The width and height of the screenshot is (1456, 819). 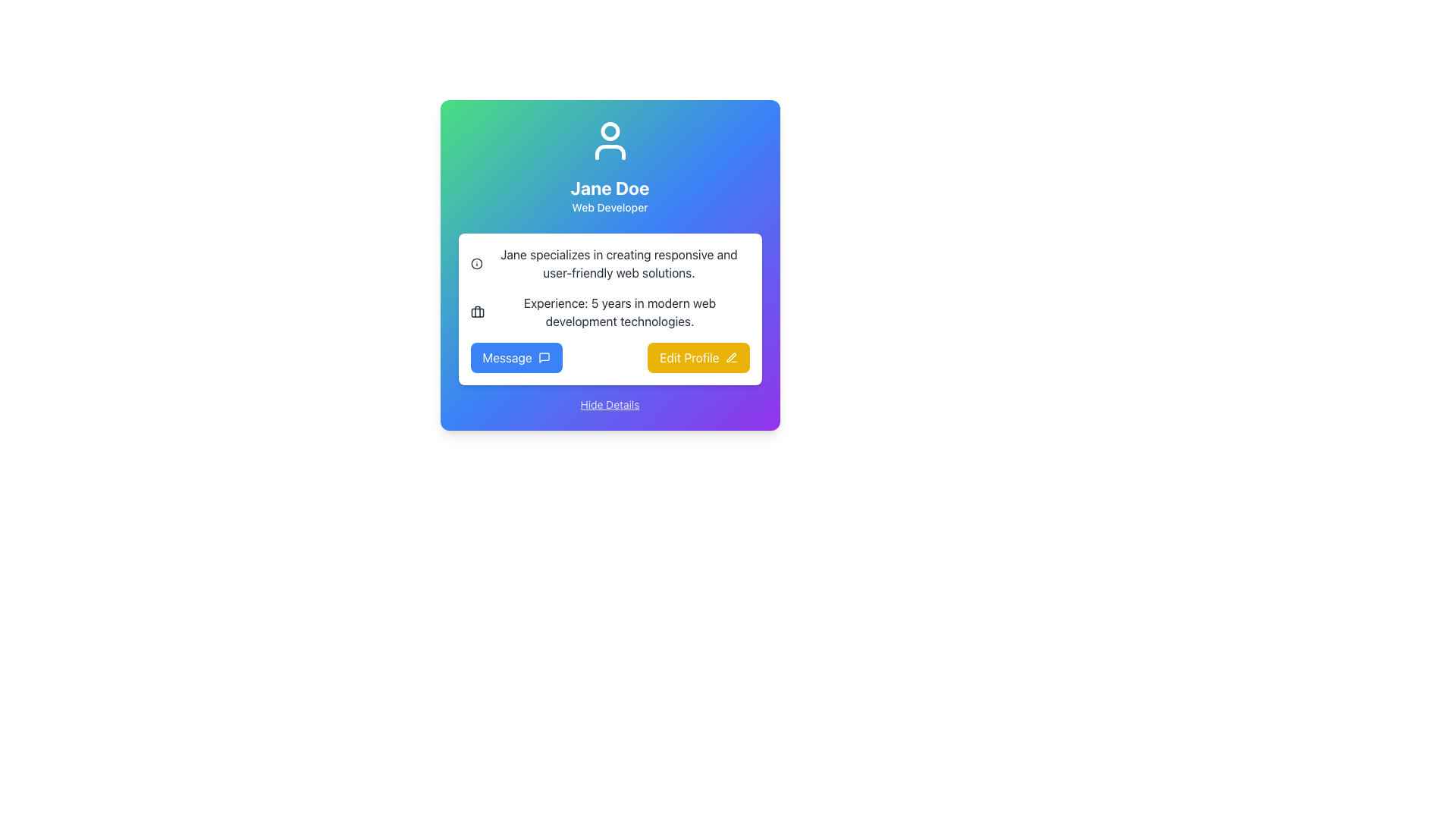 I want to click on informational text about the professional's experience, which states 'Experience: 5 years in modern web development technologies.' located in the middle of the profile card underneath the description about Jane, so click(x=610, y=312).